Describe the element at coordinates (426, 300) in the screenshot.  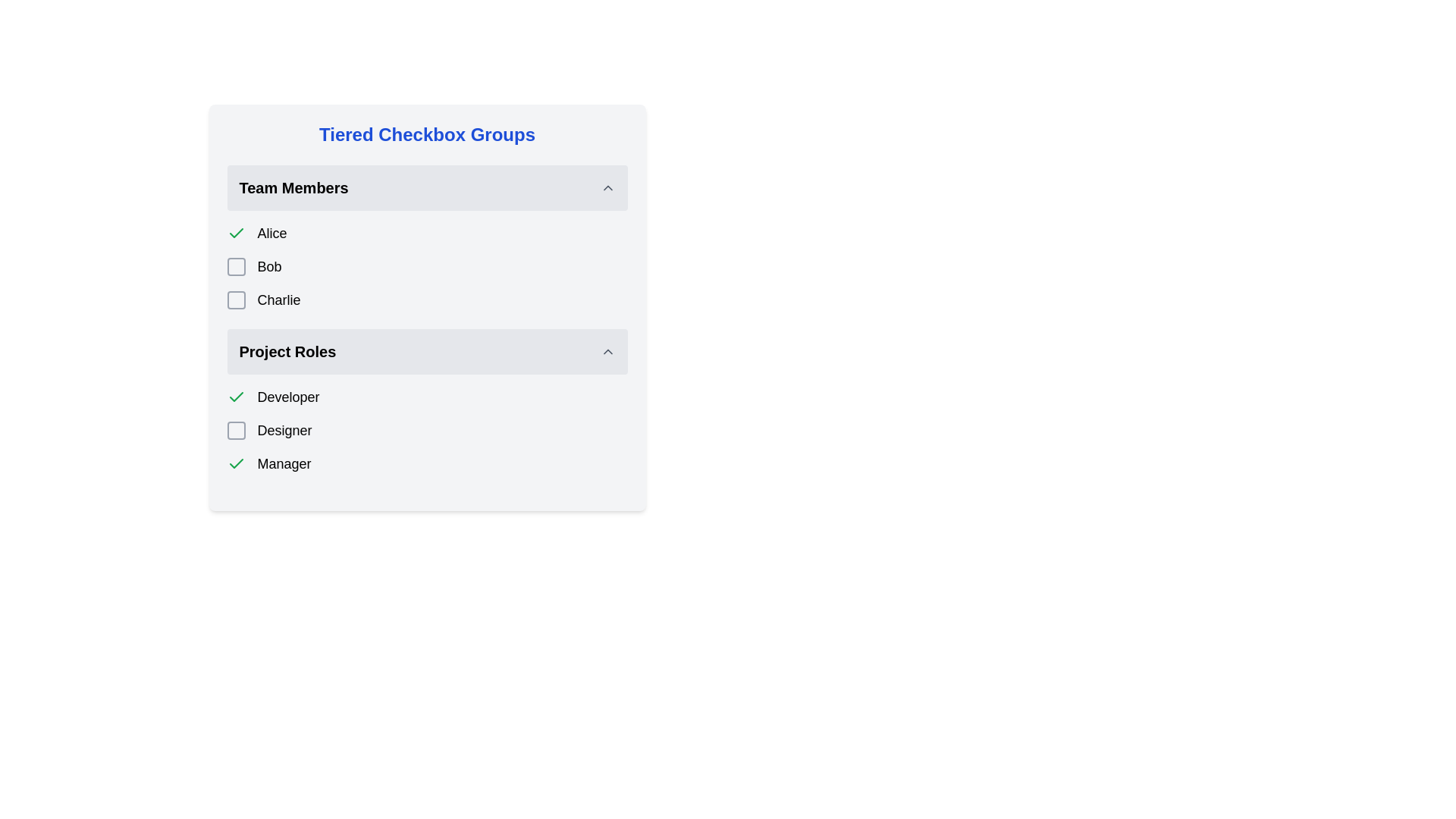
I see `the checkbox labeled 'Charlie' in the 'Team Members' section` at that location.